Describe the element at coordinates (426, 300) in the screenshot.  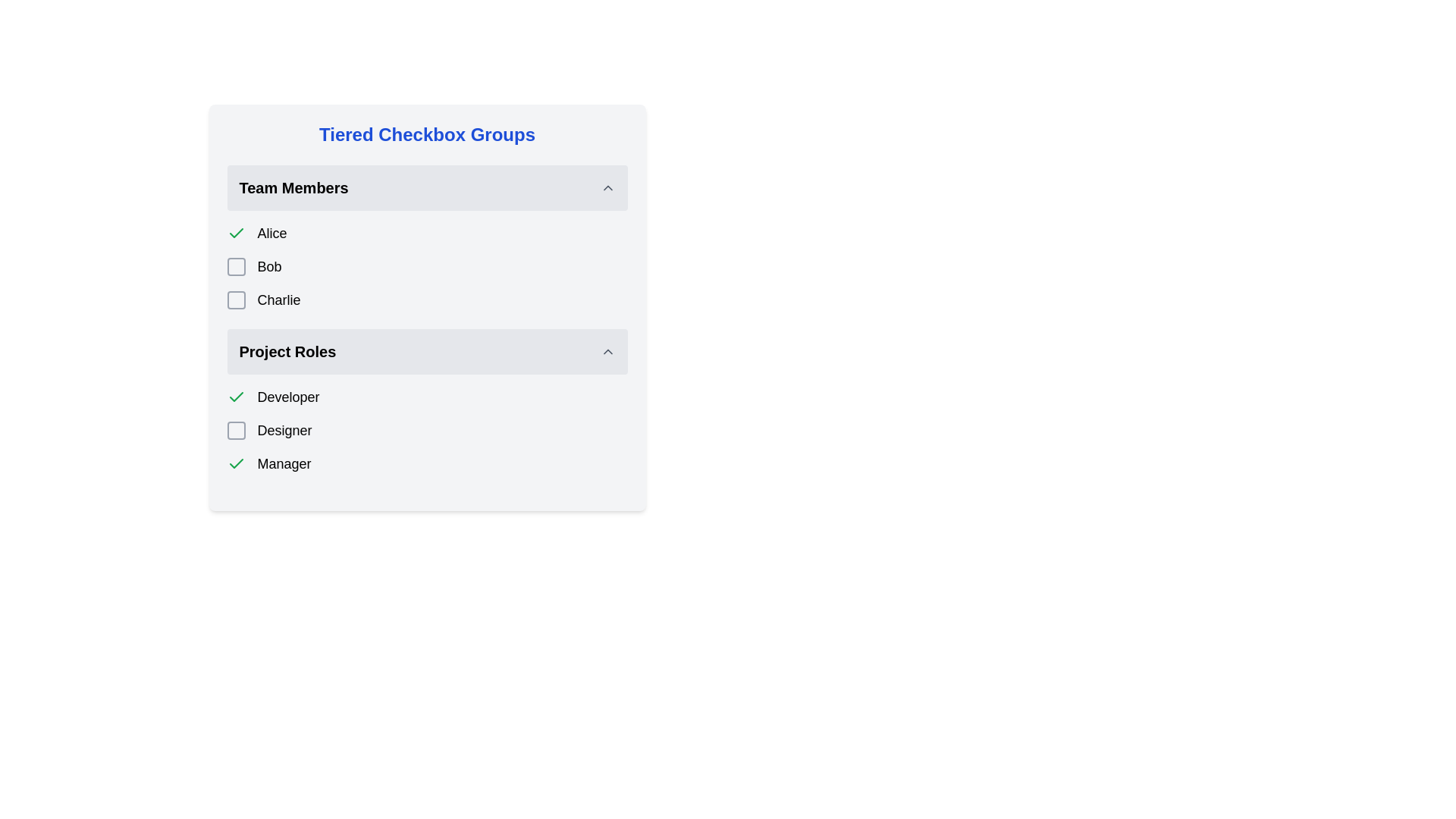
I see `the checkbox labeled 'Charlie' in the 'Team Members' section` at that location.